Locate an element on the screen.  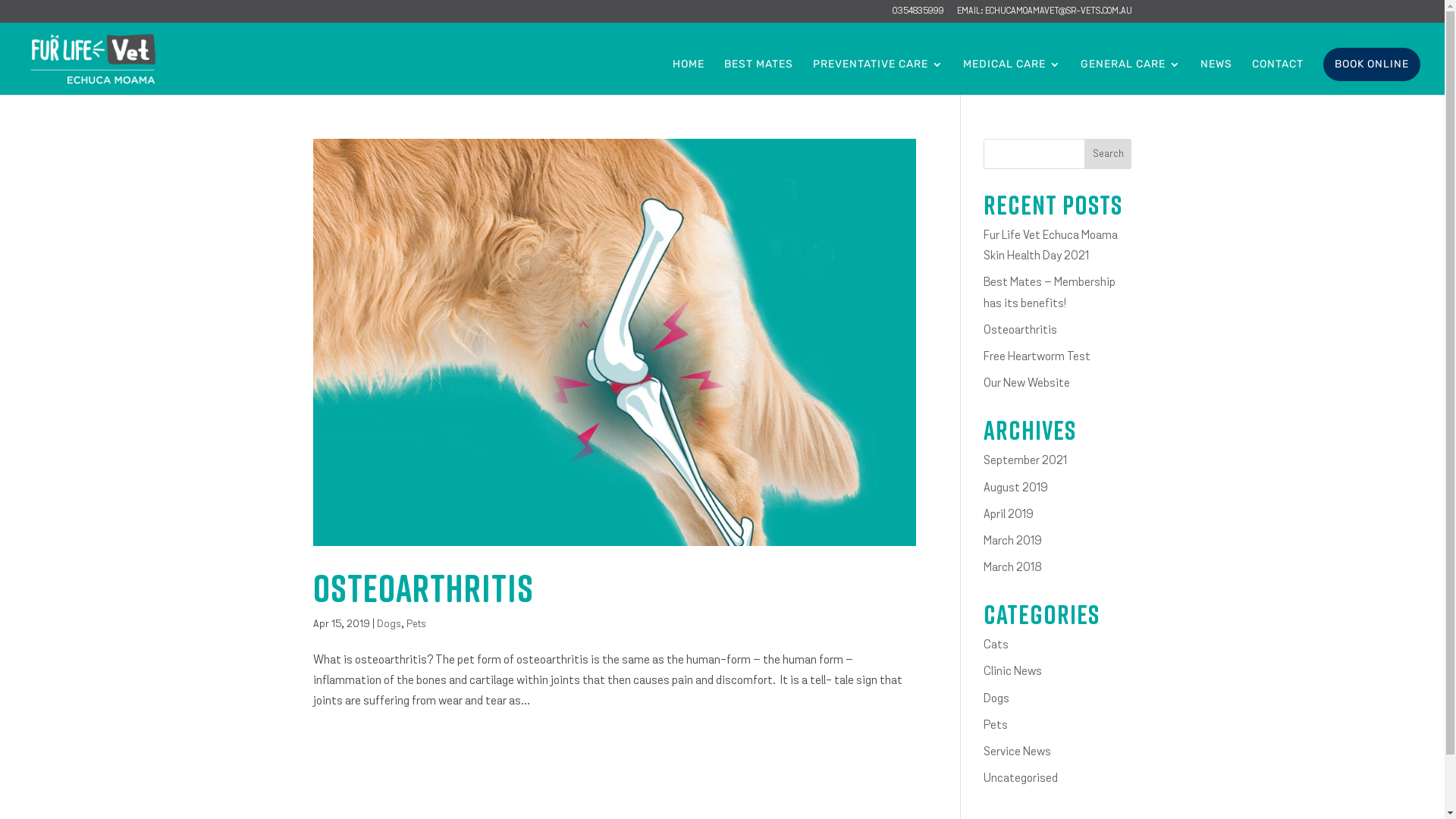
'August 2019' is located at coordinates (1015, 488).